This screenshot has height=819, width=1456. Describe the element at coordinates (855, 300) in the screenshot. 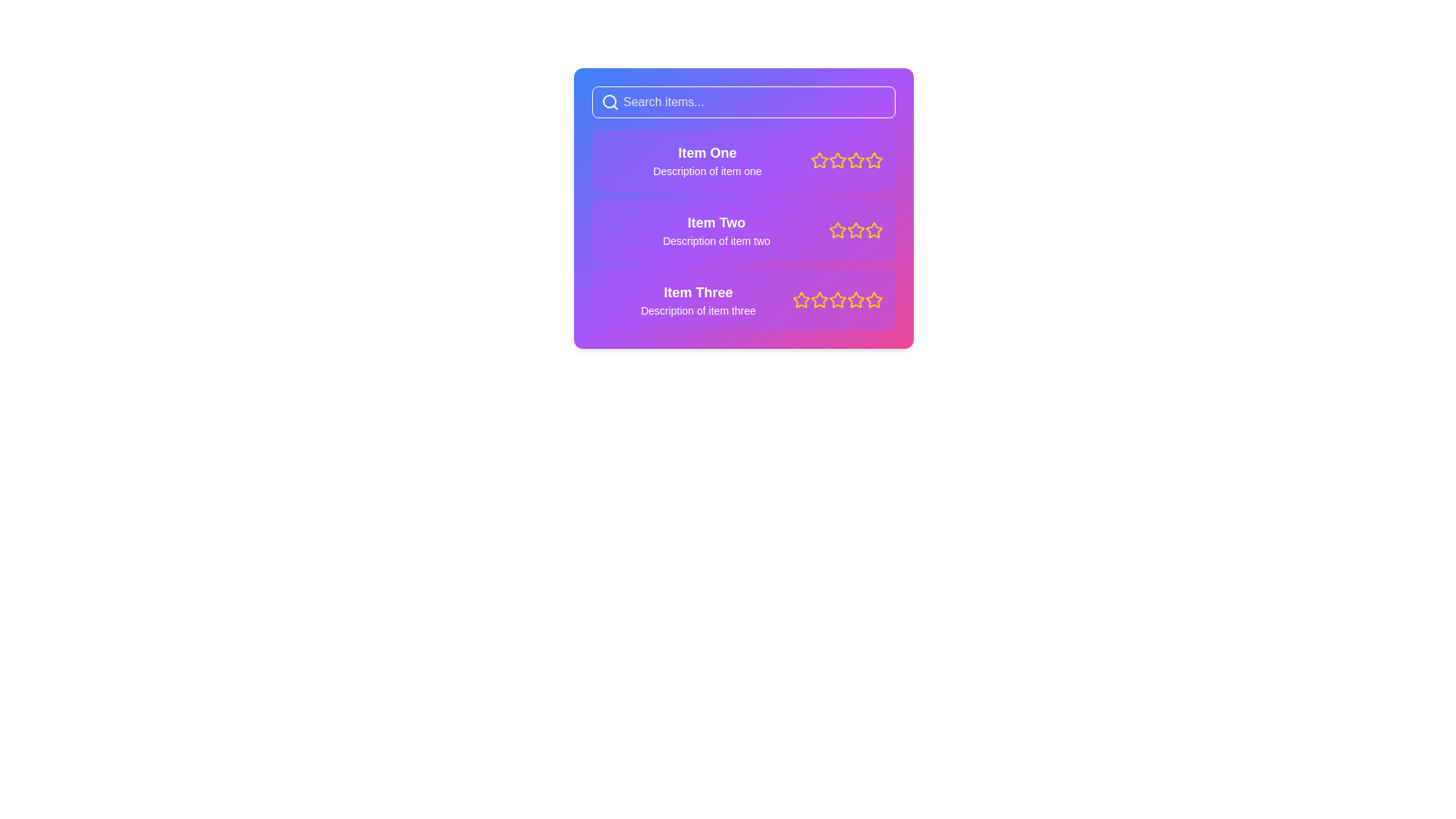

I see `the fifth star icon outlined in yellow, which is part of a horizontal row of five stars used for rating in the third item of a vertical list` at that location.